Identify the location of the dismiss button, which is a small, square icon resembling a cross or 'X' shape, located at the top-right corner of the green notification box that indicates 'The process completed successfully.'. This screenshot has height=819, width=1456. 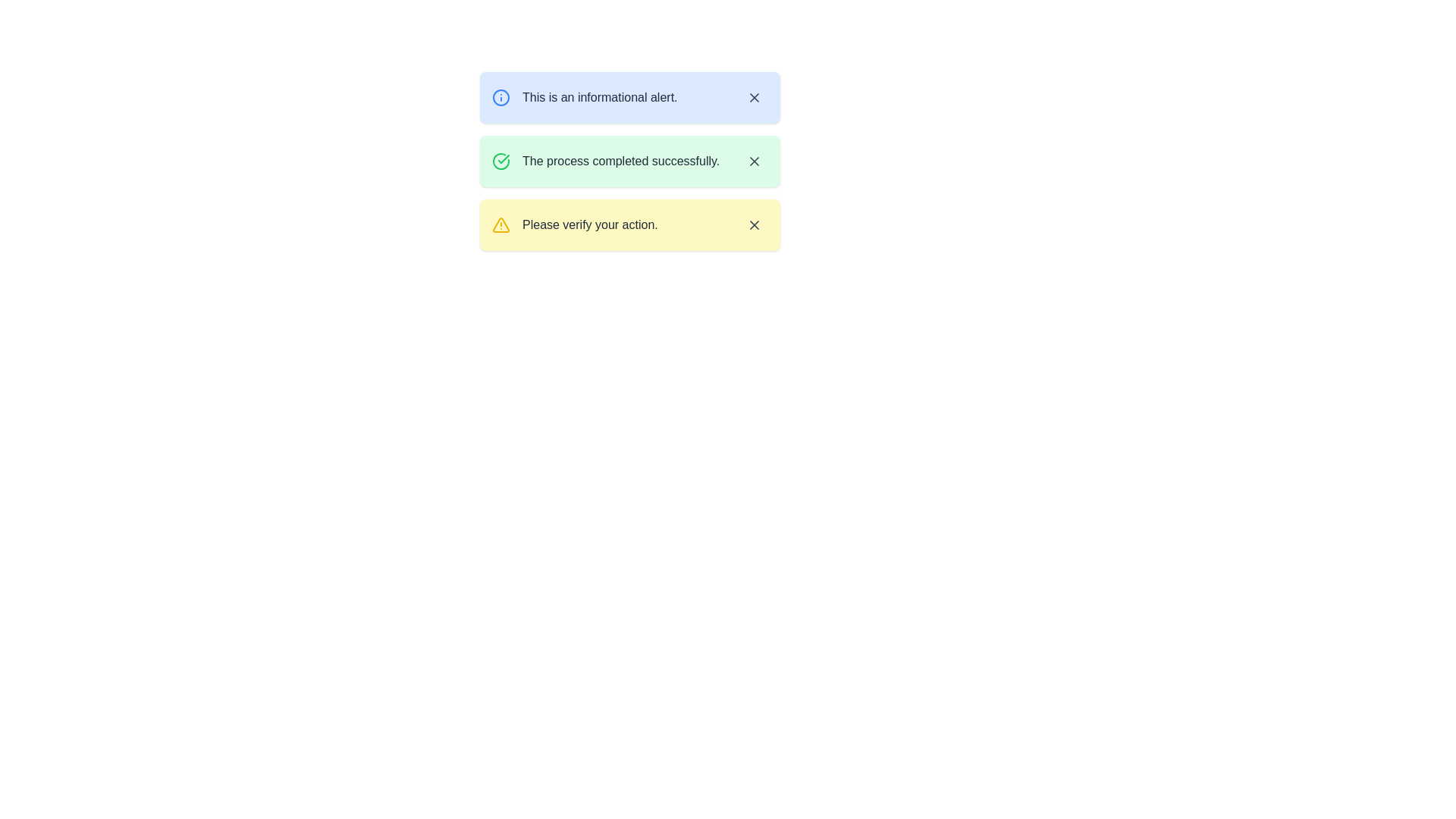
(754, 161).